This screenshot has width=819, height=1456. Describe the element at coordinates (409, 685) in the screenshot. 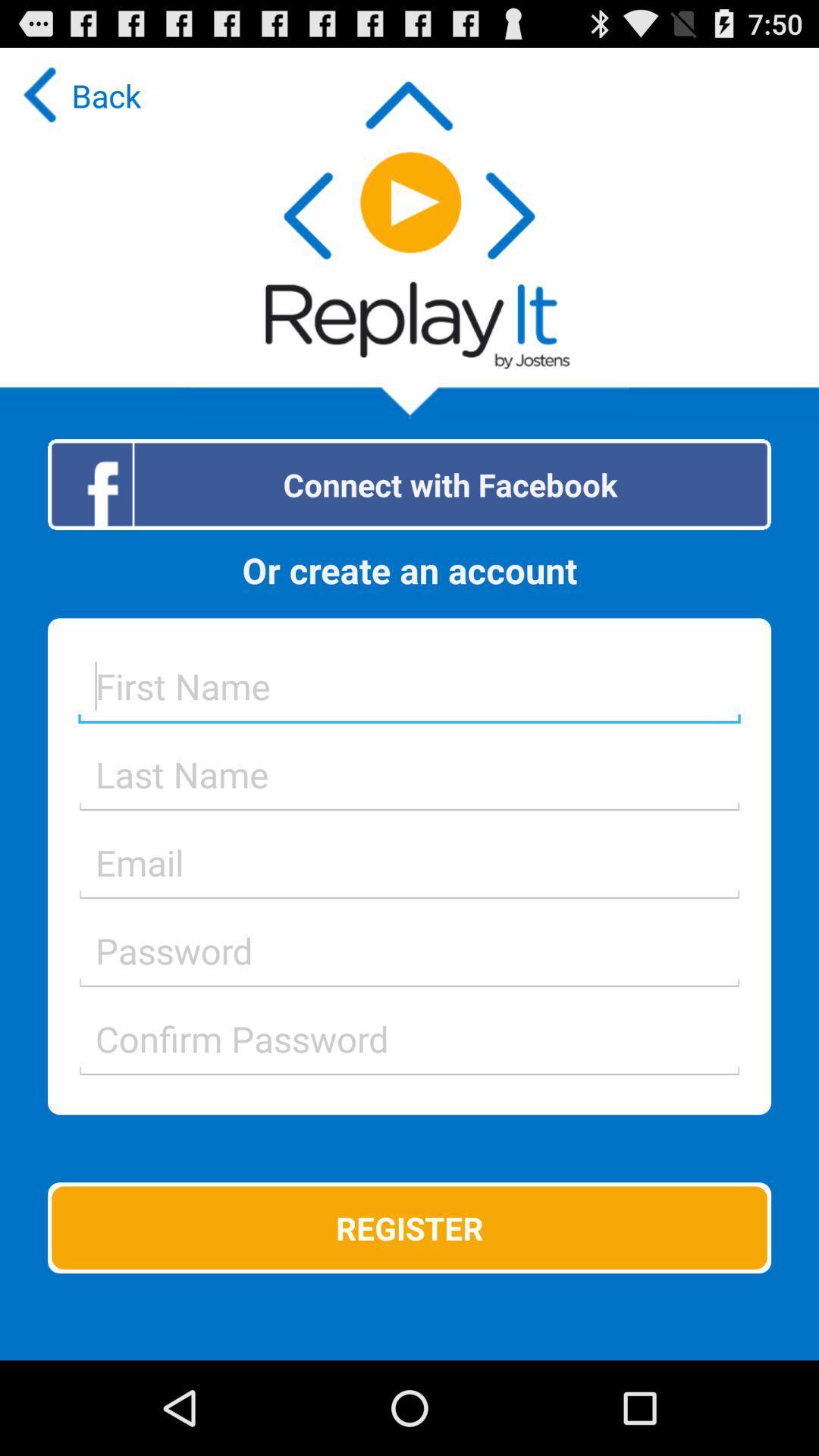

I see `first name goes here` at that location.